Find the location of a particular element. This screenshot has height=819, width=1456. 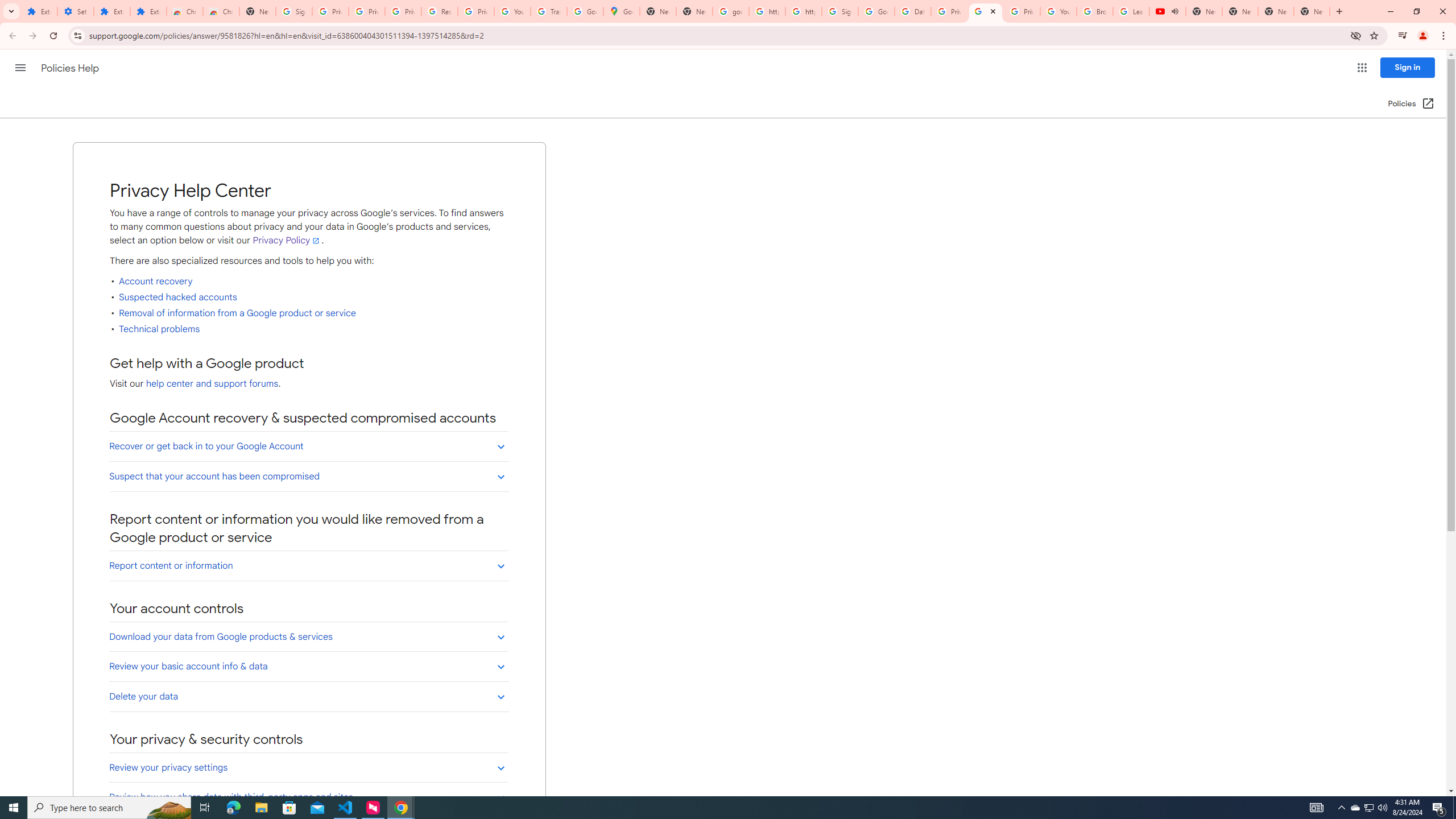

'Policies (Open in a new window)' is located at coordinates (1410, 103).